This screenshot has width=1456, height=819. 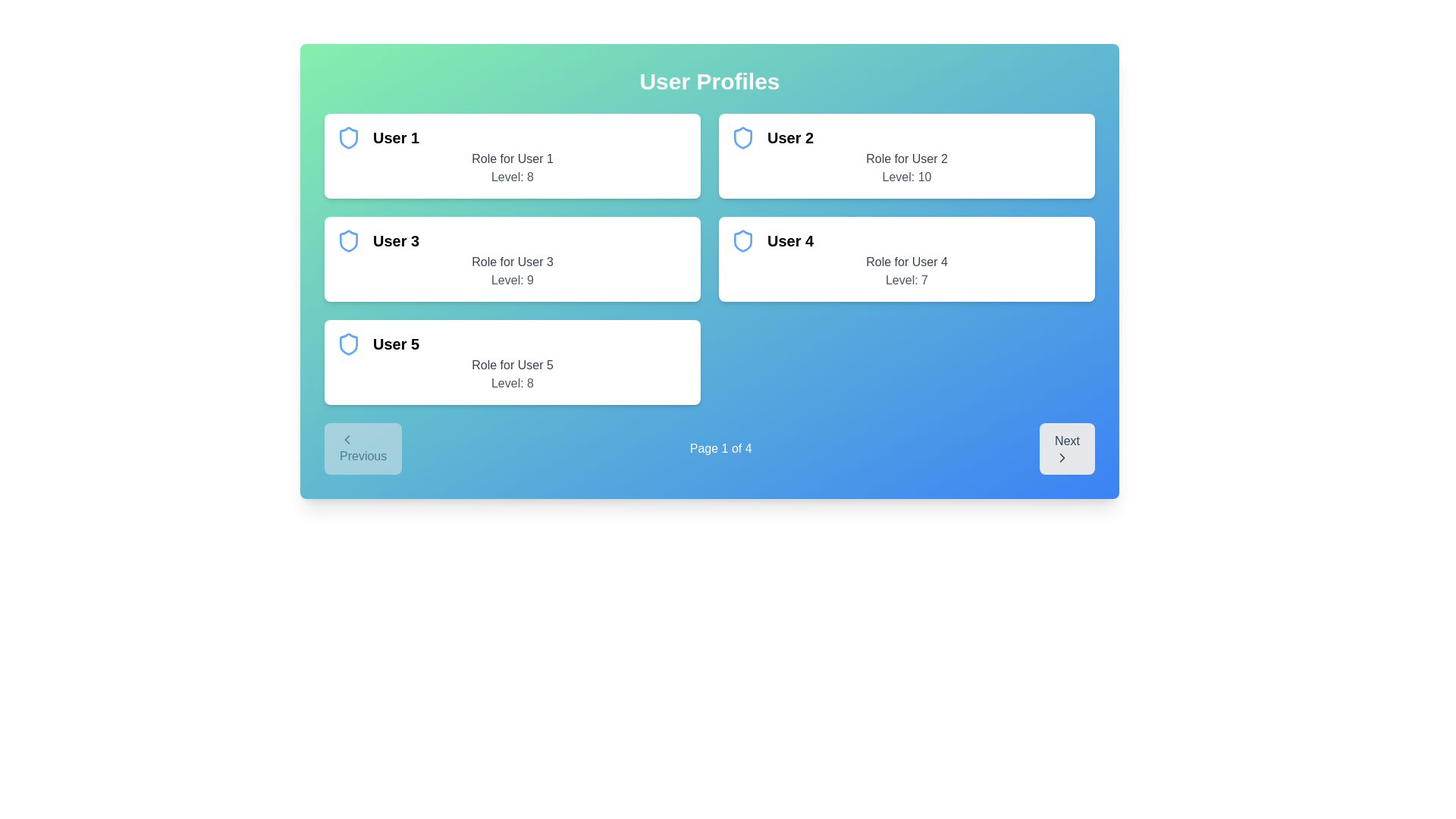 What do you see at coordinates (709, 82) in the screenshot?
I see `the heading element labeled 'User Profiles' which is prominently displayed at the top of the blue-to-green gradient background` at bounding box center [709, 82].